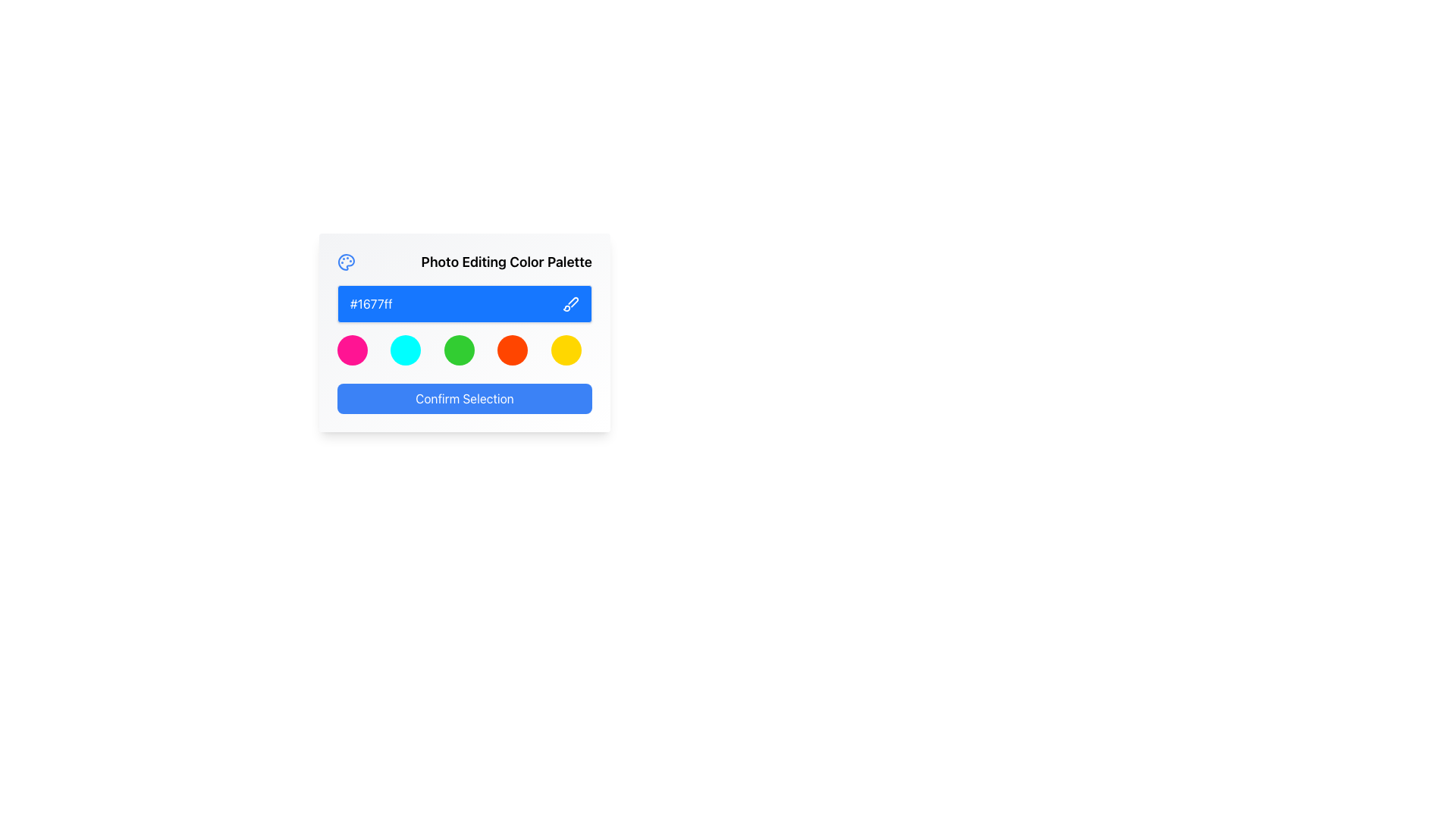  Describe the element at coordinates (464, 332) in the screenshot. I see `the third circular element with a green color fill in the row of color selection options` at that location.